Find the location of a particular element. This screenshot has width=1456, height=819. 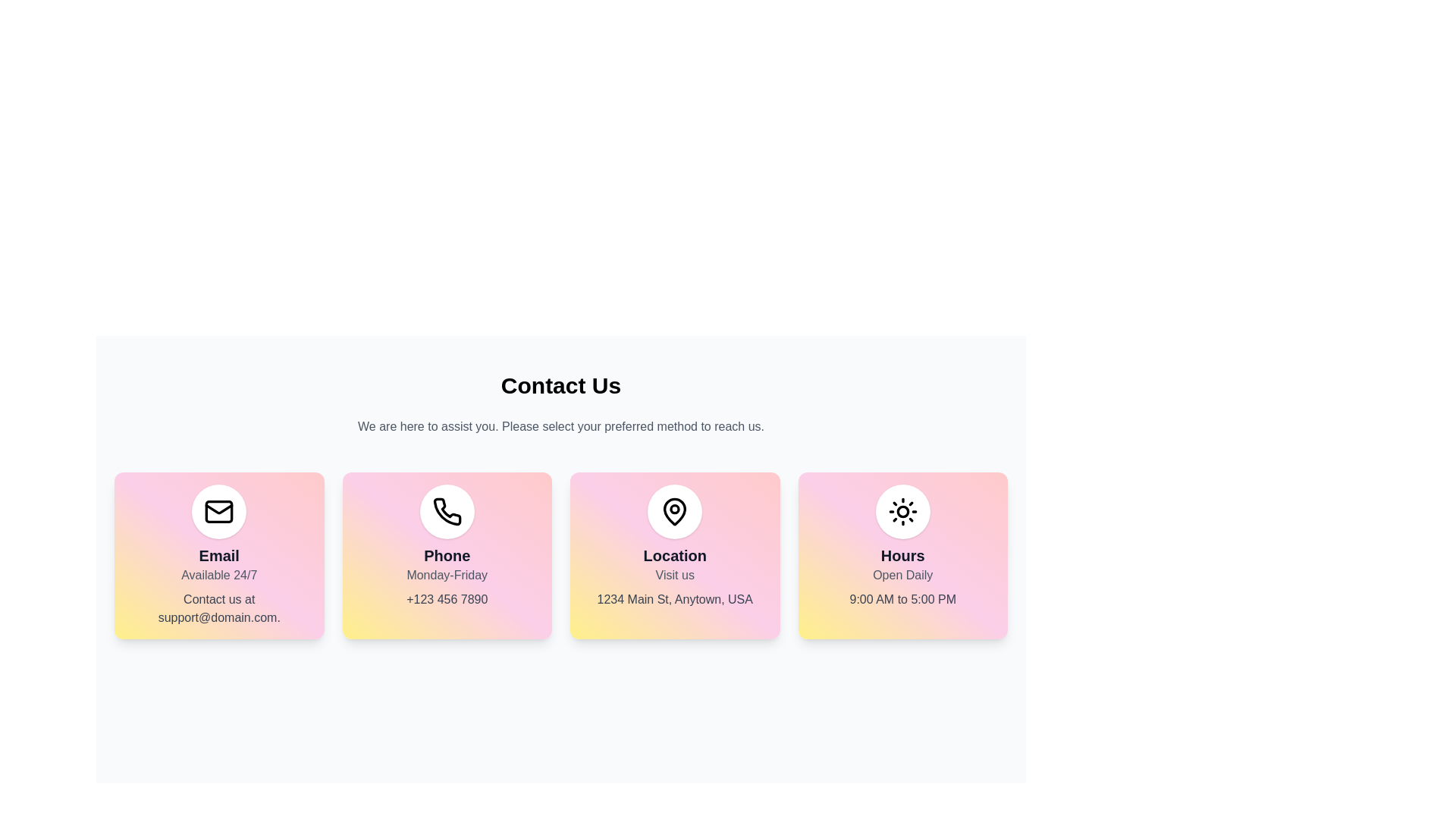

the text label displaying the phone number '+123 456 7890', which is centered in a rounded rectangular card at the bottom section of the card, below the texts 'Monday-Friday' and 'Phone' is located at coordinates (446, 598).